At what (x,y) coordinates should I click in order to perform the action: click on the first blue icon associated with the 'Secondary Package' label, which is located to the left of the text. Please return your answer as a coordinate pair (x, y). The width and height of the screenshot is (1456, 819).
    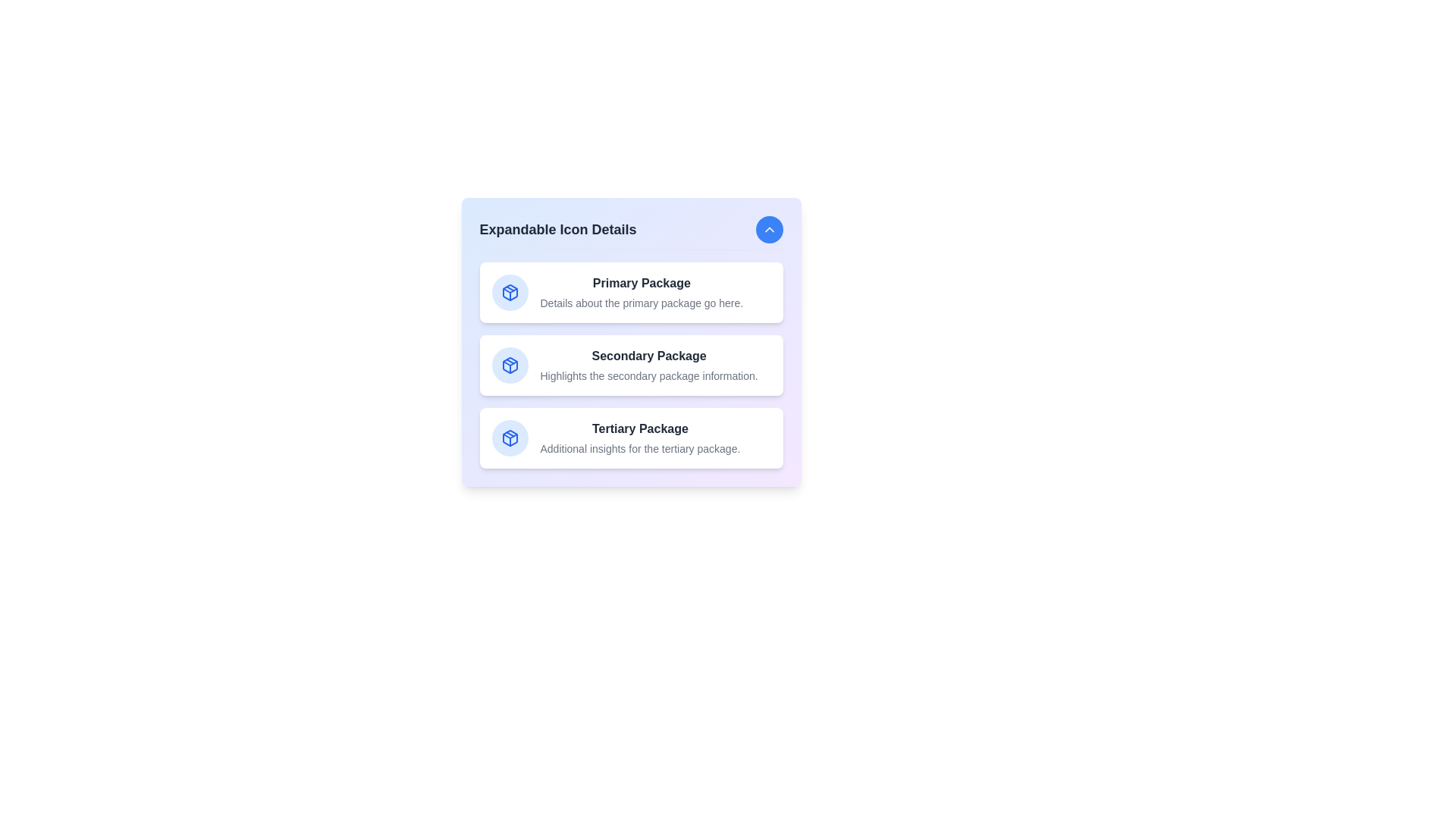
    Looking at the image, I should click on (510, 366).